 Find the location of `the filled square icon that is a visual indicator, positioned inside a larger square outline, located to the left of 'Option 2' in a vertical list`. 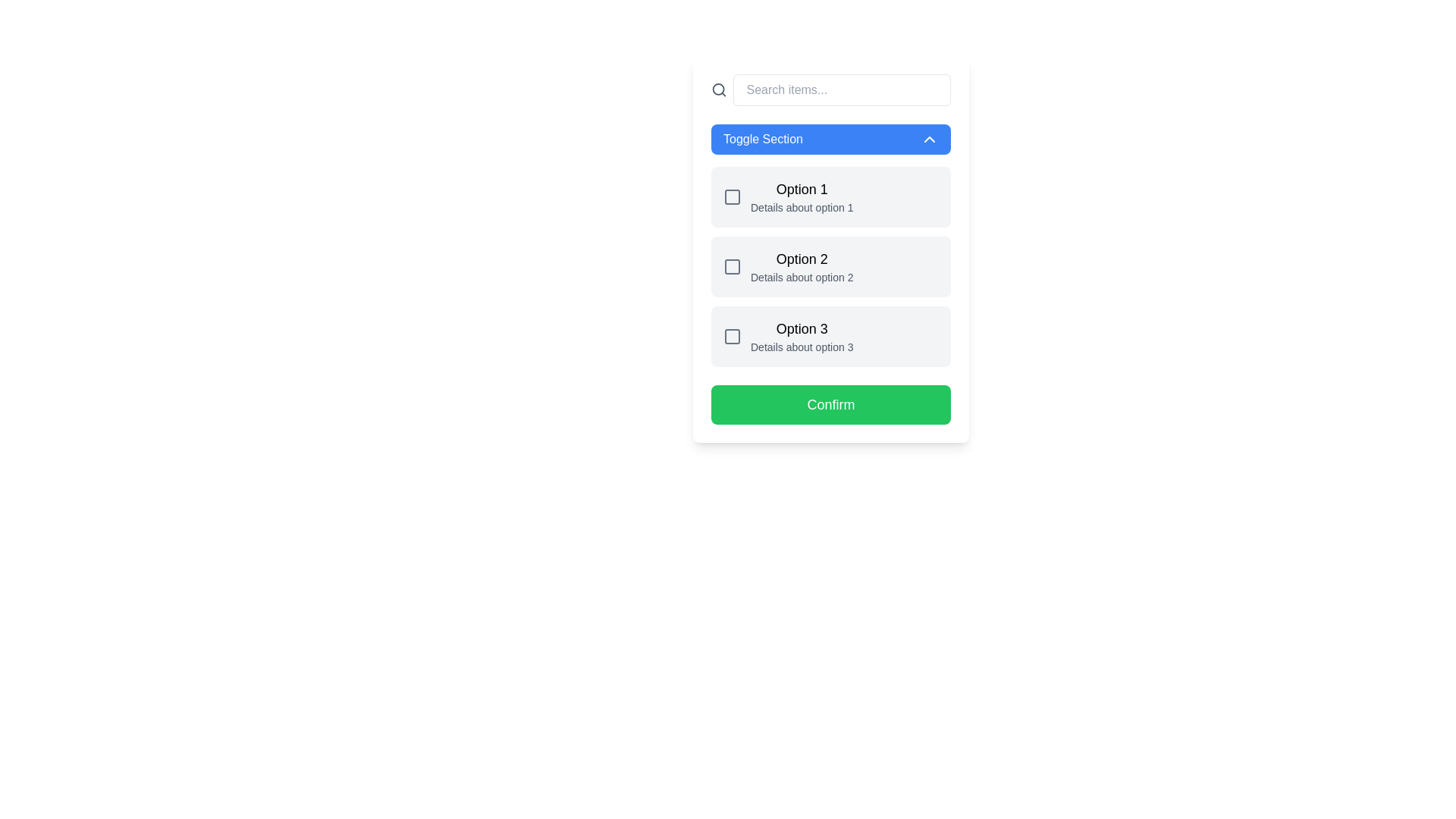

the filled square icon that is a visual indicator, positioned inside a larger square outline, located to the left of 'Option 2' in a vertical list is located at coordinates (732, 265).